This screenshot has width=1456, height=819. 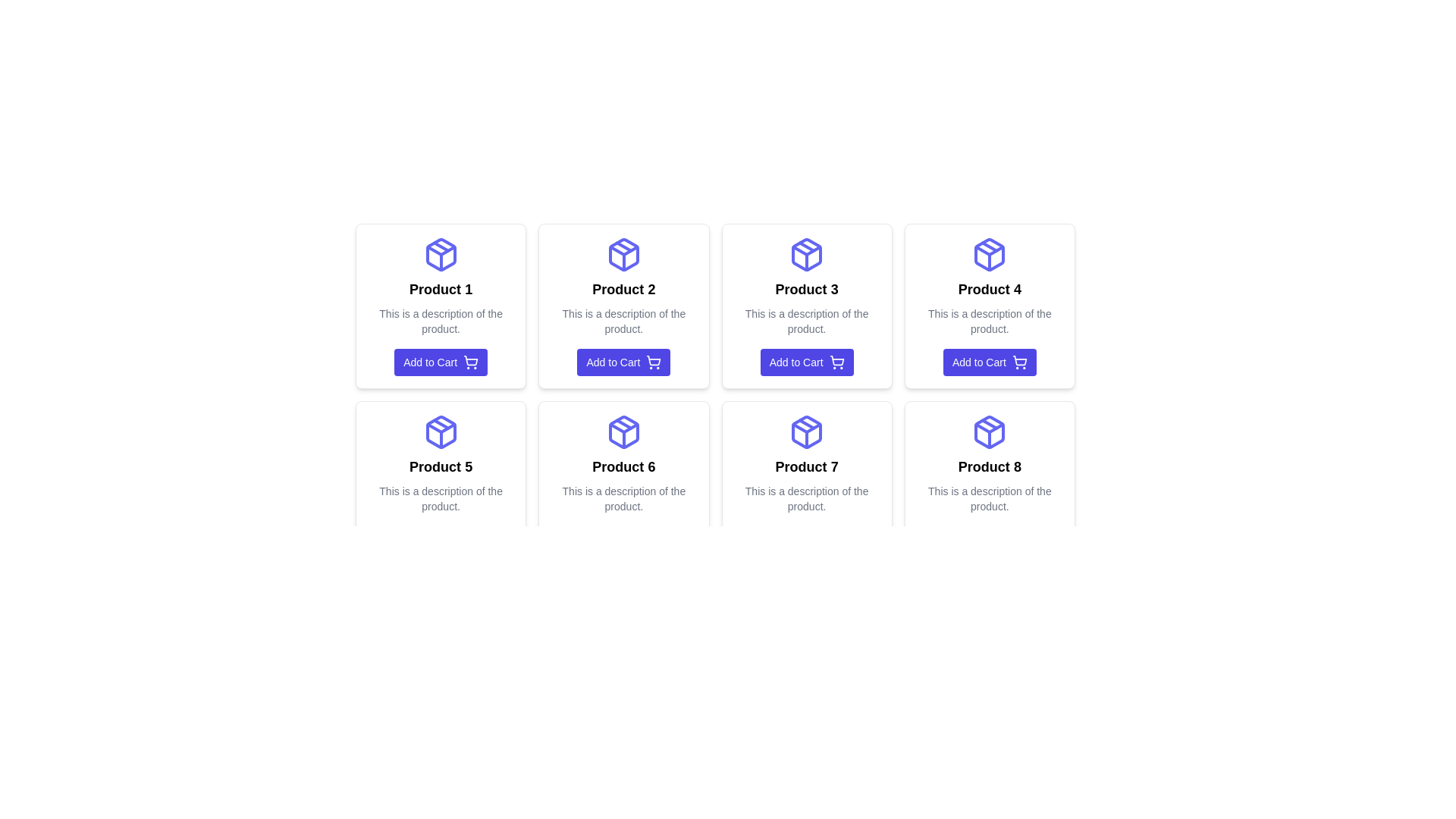 I want to click on the decorative package icon for 'Product 3', positioned at the top center of the product card, so click(x=806, y=253).